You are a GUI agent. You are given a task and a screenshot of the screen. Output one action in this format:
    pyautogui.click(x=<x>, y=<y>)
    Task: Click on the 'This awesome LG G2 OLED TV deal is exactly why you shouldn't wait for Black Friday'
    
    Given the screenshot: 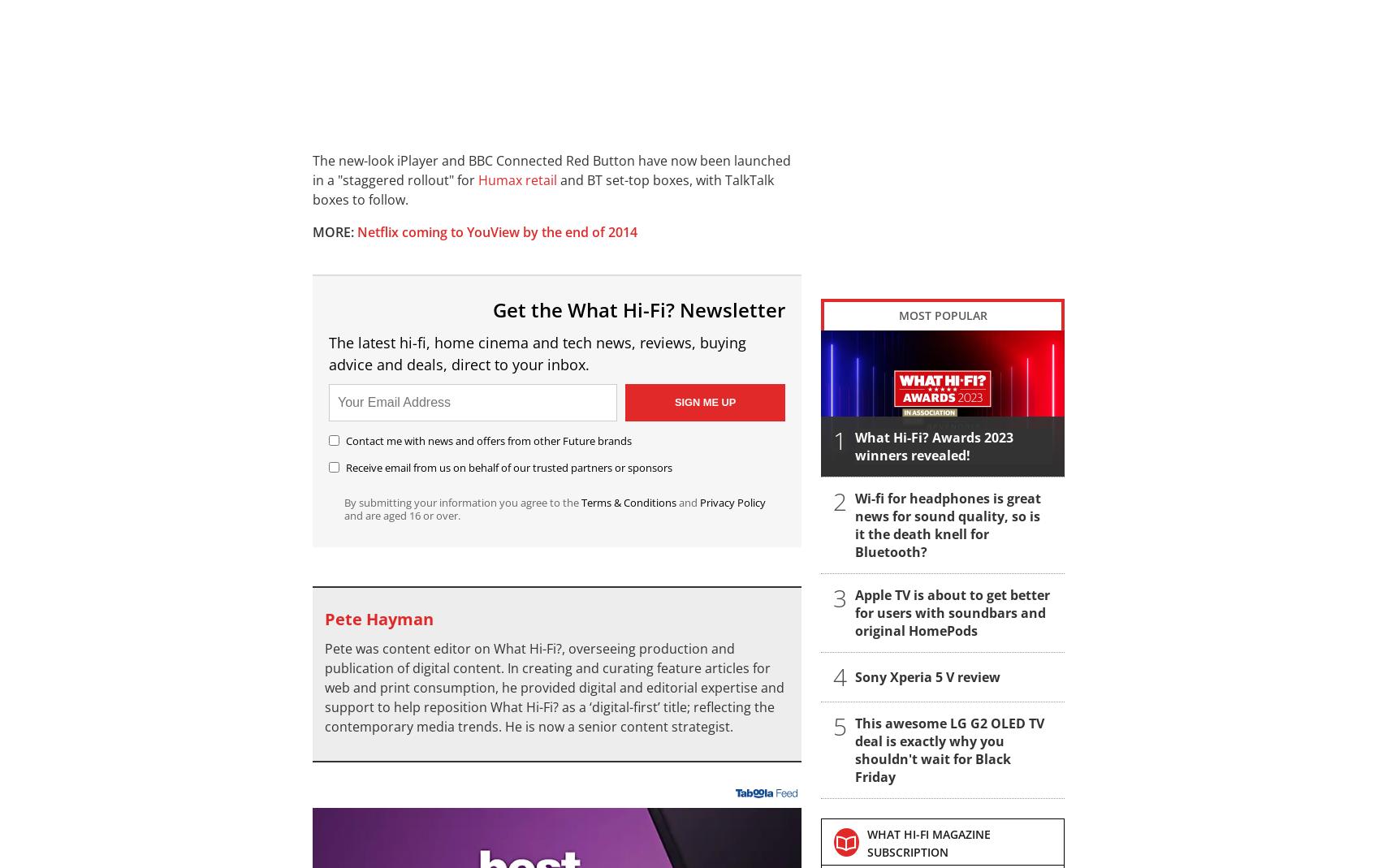 What is the action you would take?
    pyautogui.click(x=948, y=749)
    